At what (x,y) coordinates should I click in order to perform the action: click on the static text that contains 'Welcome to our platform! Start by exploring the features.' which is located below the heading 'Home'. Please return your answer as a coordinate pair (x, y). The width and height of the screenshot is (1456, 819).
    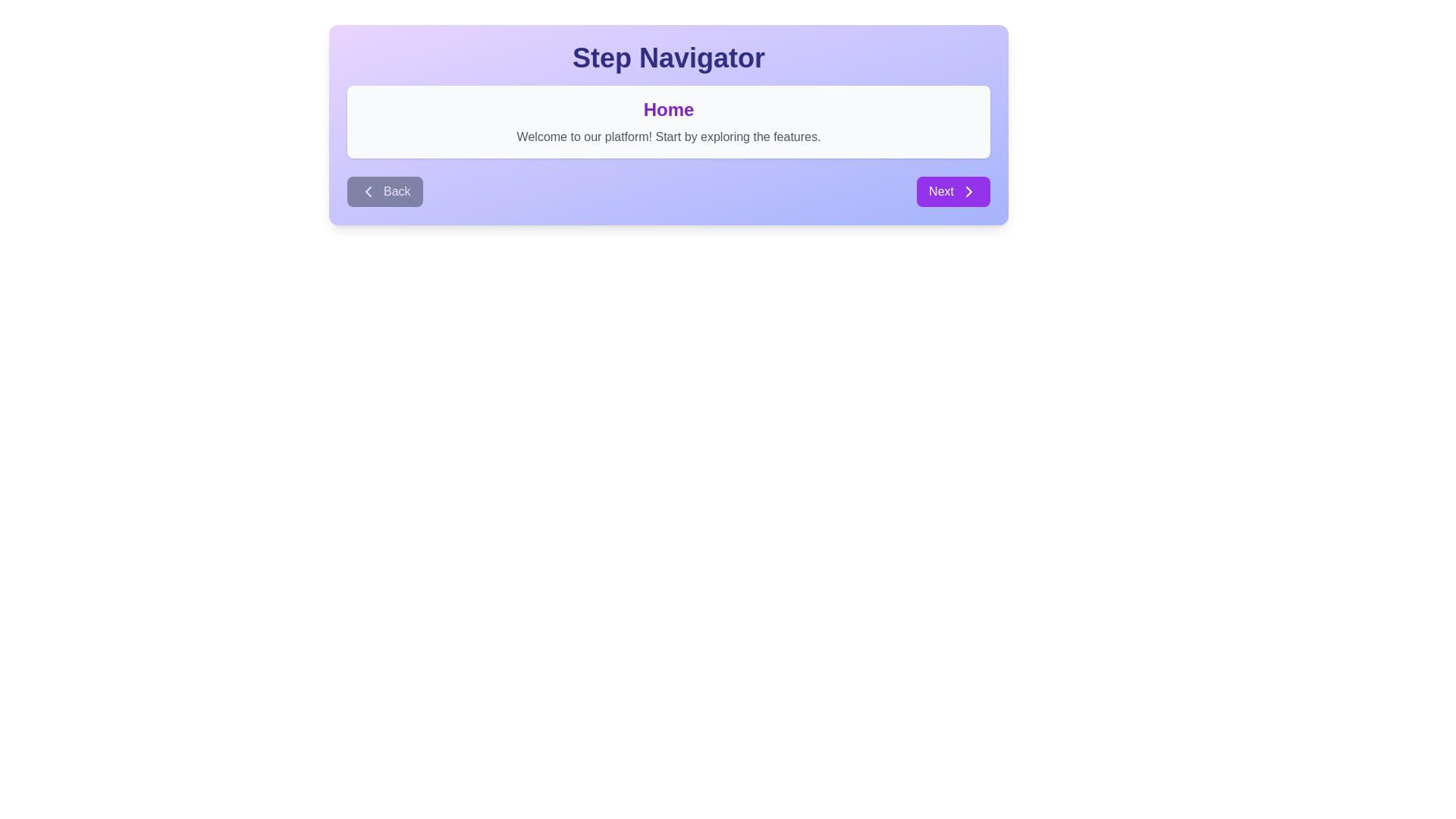
    Looking at the image, I should click on (668, 137).